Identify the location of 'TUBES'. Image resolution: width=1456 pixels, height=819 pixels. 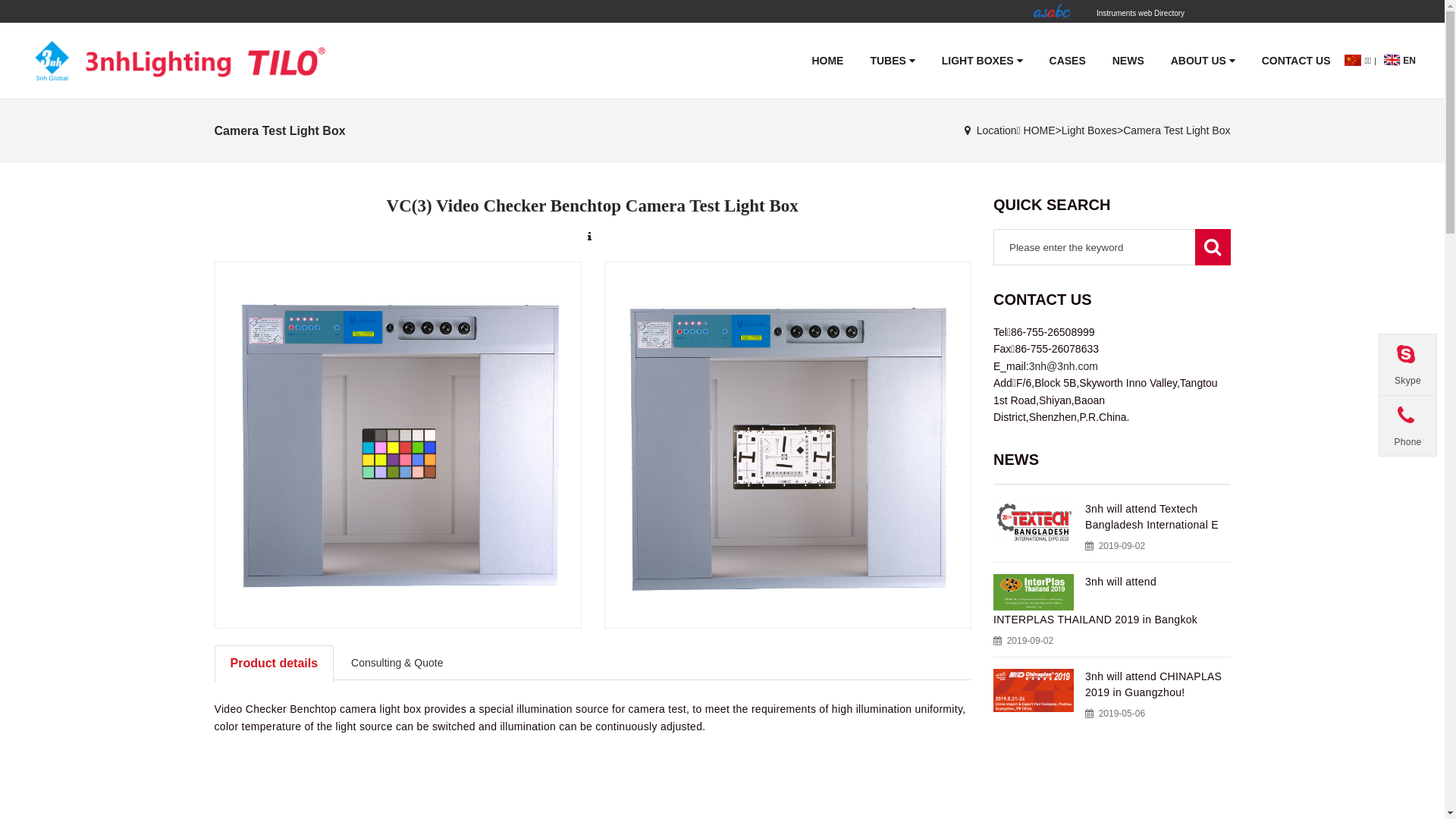
(892, 60).